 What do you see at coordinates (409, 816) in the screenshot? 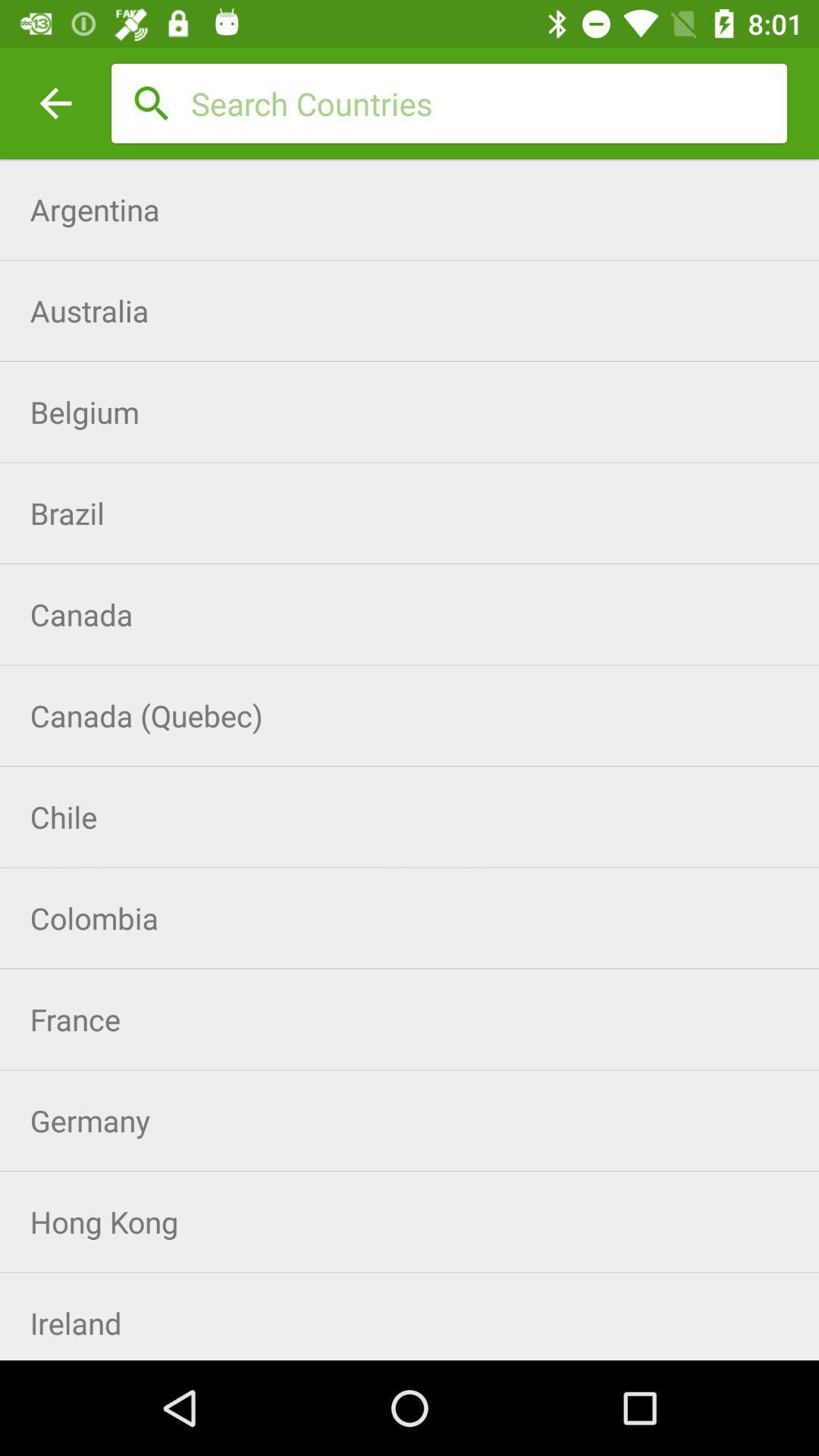
I see `chile item` at bounding box center [409, 816].